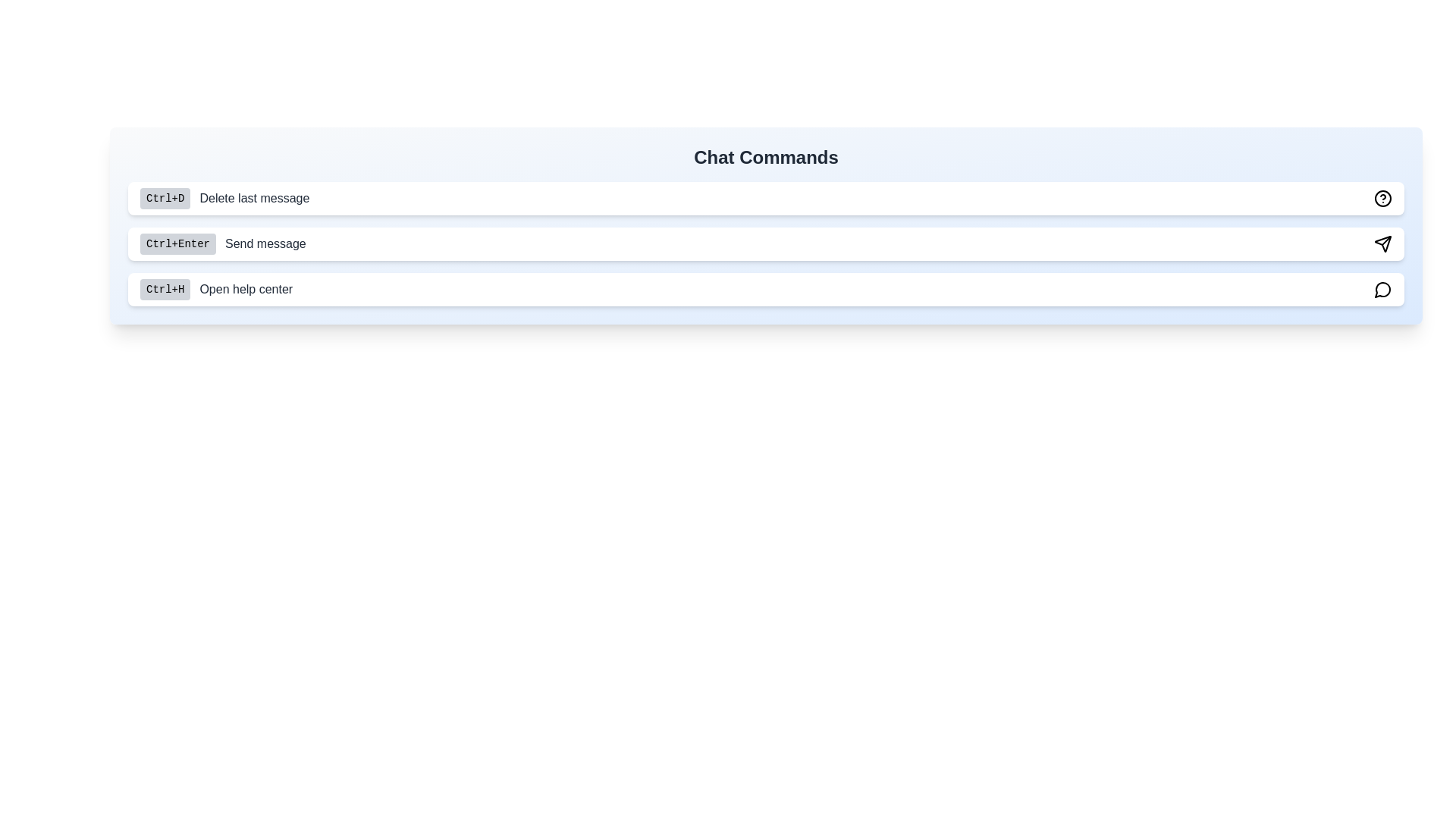 This screenshot has width=1456, height=819. What do you see at coordinates (766, 243) in the screenshot?
I see `the instructional command row that indicates the keyboard shortcut 'Ctrl+Enter' for the action 'Send message', located between 'Ctrl+D Delete last message' and 'Ctrl+H Open help center'` at bounding box center [766, 243].